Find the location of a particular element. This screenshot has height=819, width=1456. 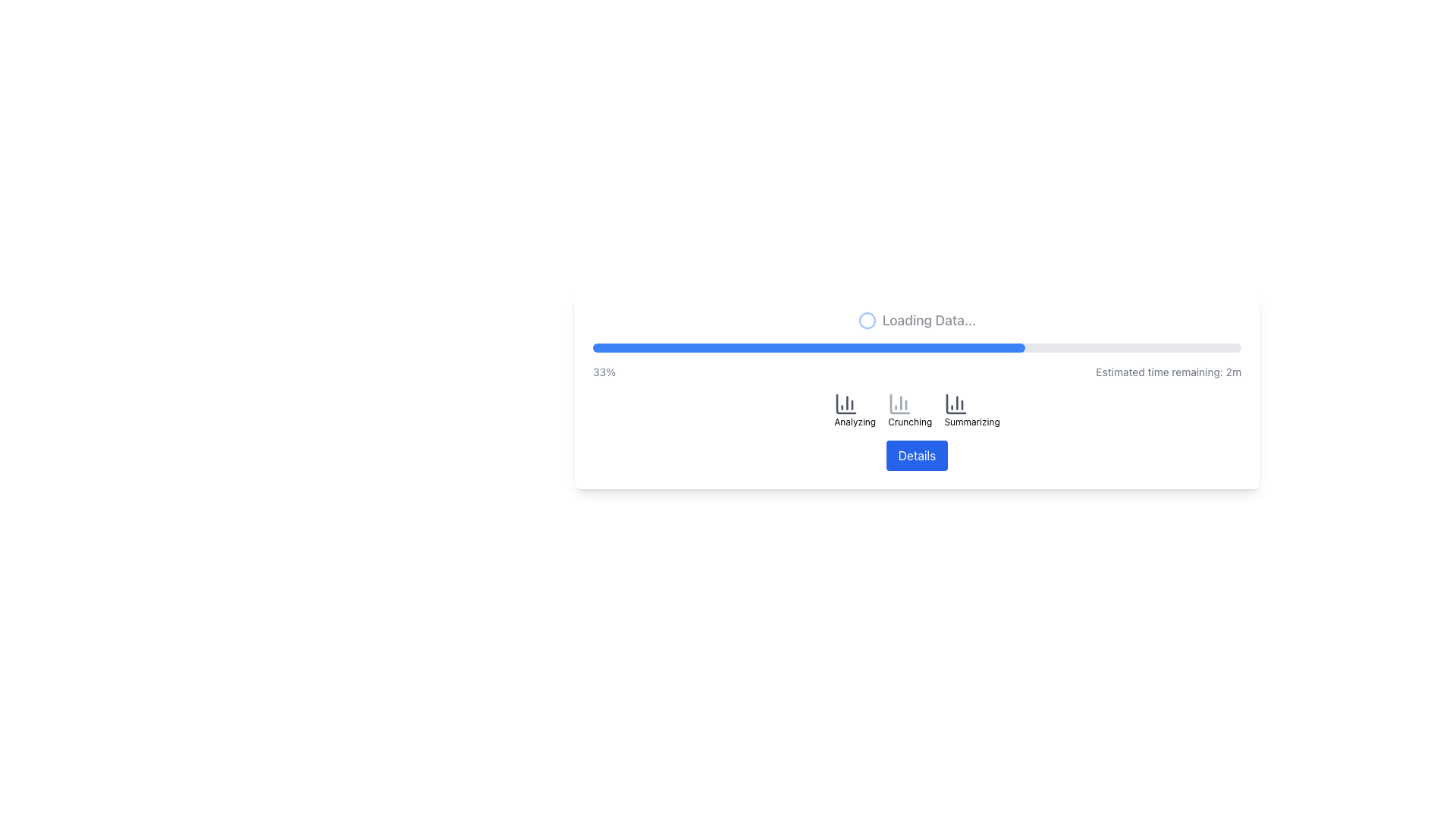

the animated spinner with a blue border that is part of the loading indicator next to the text 'Loading Data...' is located at coordinates (867, 320).